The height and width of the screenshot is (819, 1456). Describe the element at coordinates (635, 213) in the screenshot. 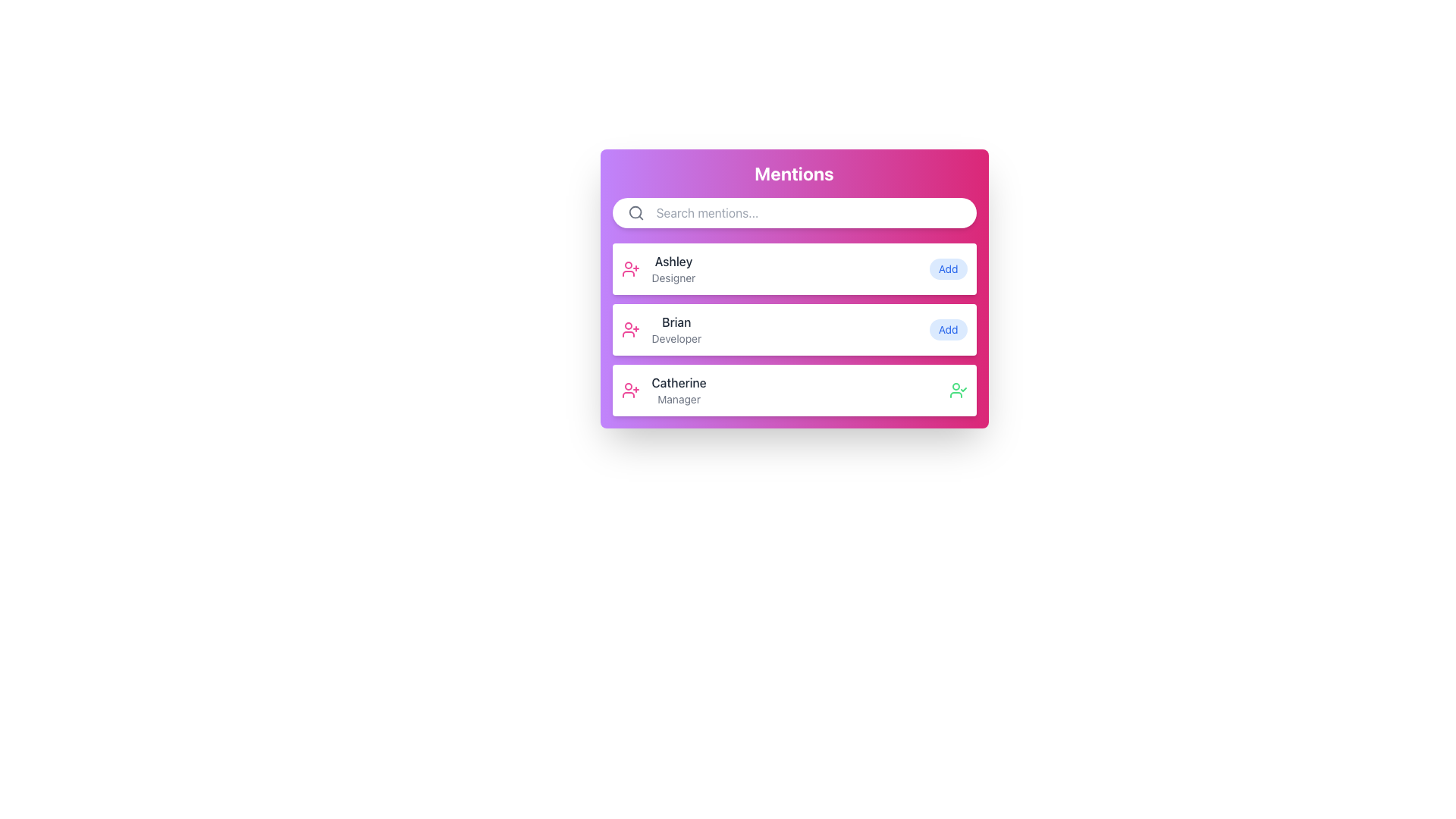

I see `the magnifying glass icon that indicates the search functionality, located to the left of the 'Search mentions...' text in the rounded search bar` at that location.